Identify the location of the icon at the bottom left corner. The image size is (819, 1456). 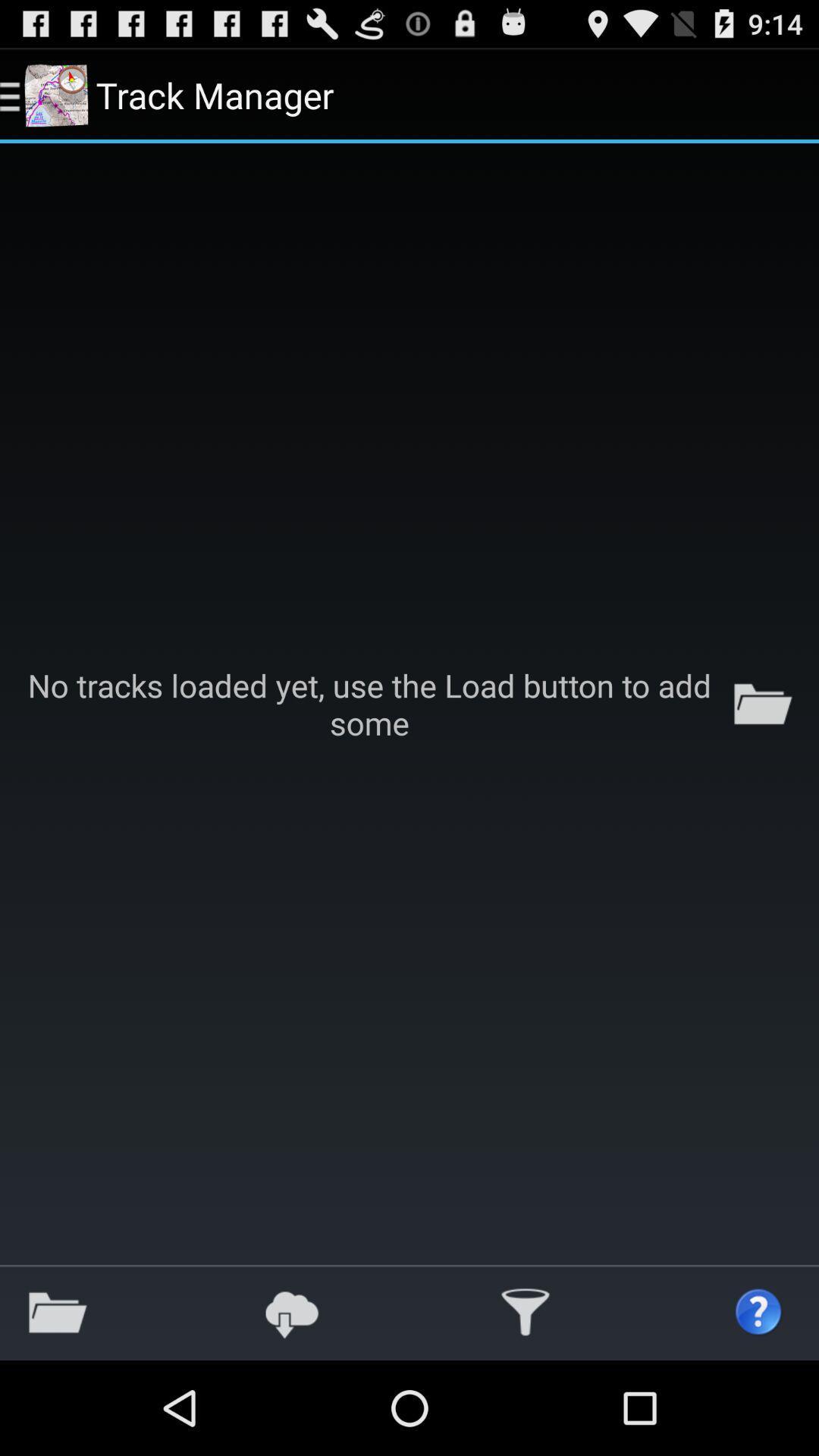
(57, 1312).